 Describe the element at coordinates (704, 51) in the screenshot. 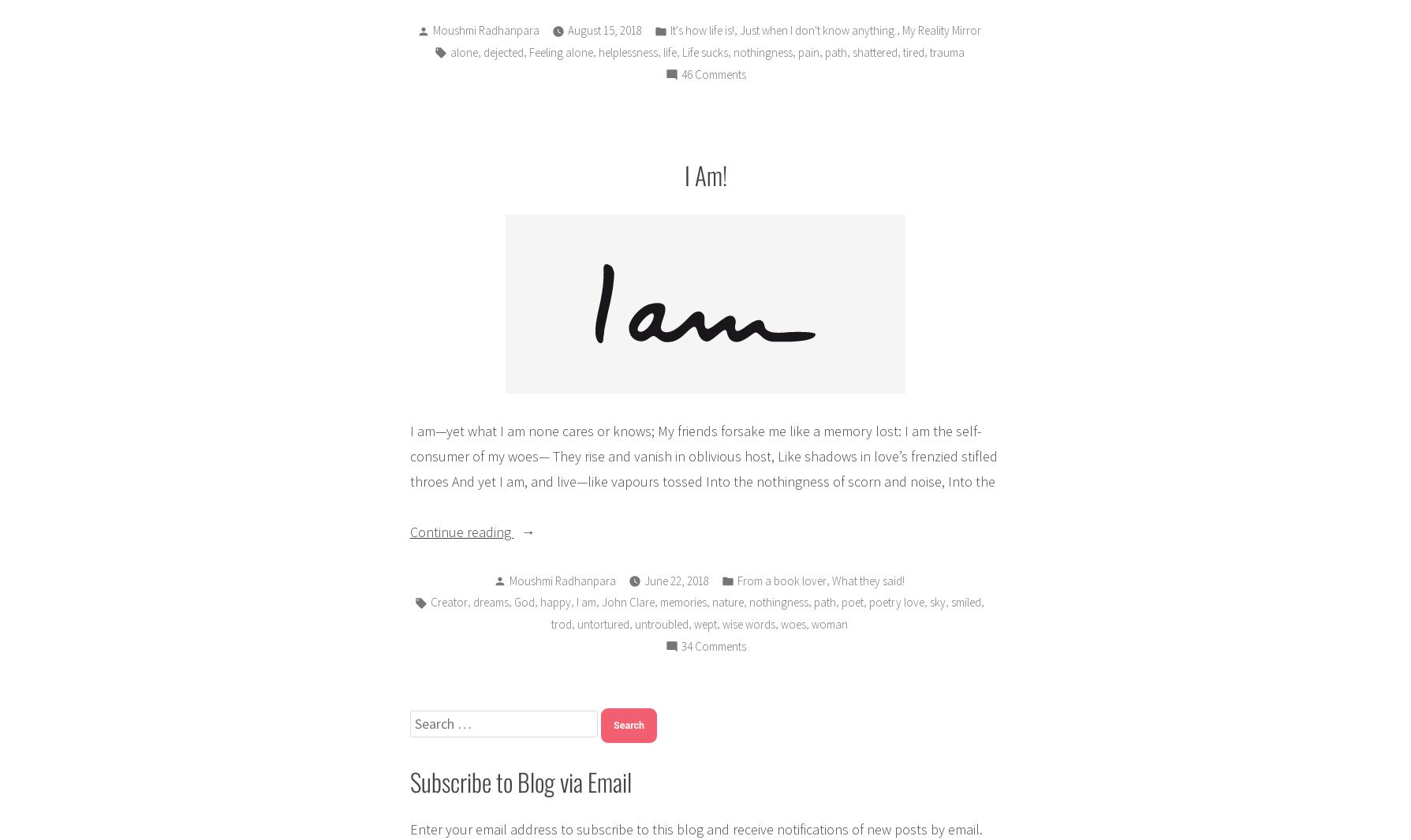

I see `'Life sucks'` at that location.